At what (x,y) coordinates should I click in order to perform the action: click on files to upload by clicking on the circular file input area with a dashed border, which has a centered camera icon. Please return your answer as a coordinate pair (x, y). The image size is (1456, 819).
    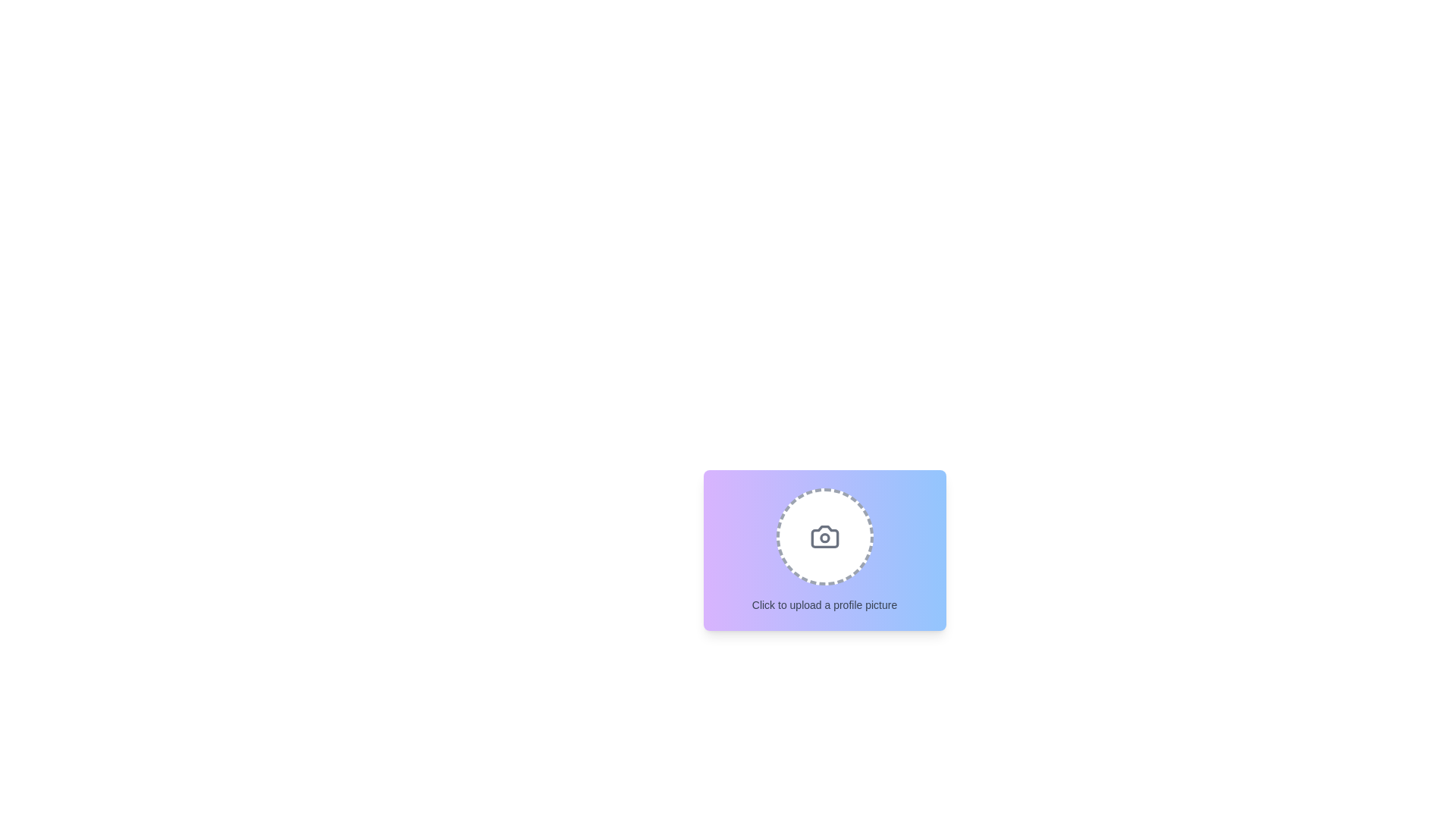
    Looking at the image, I should click on (824, 536).